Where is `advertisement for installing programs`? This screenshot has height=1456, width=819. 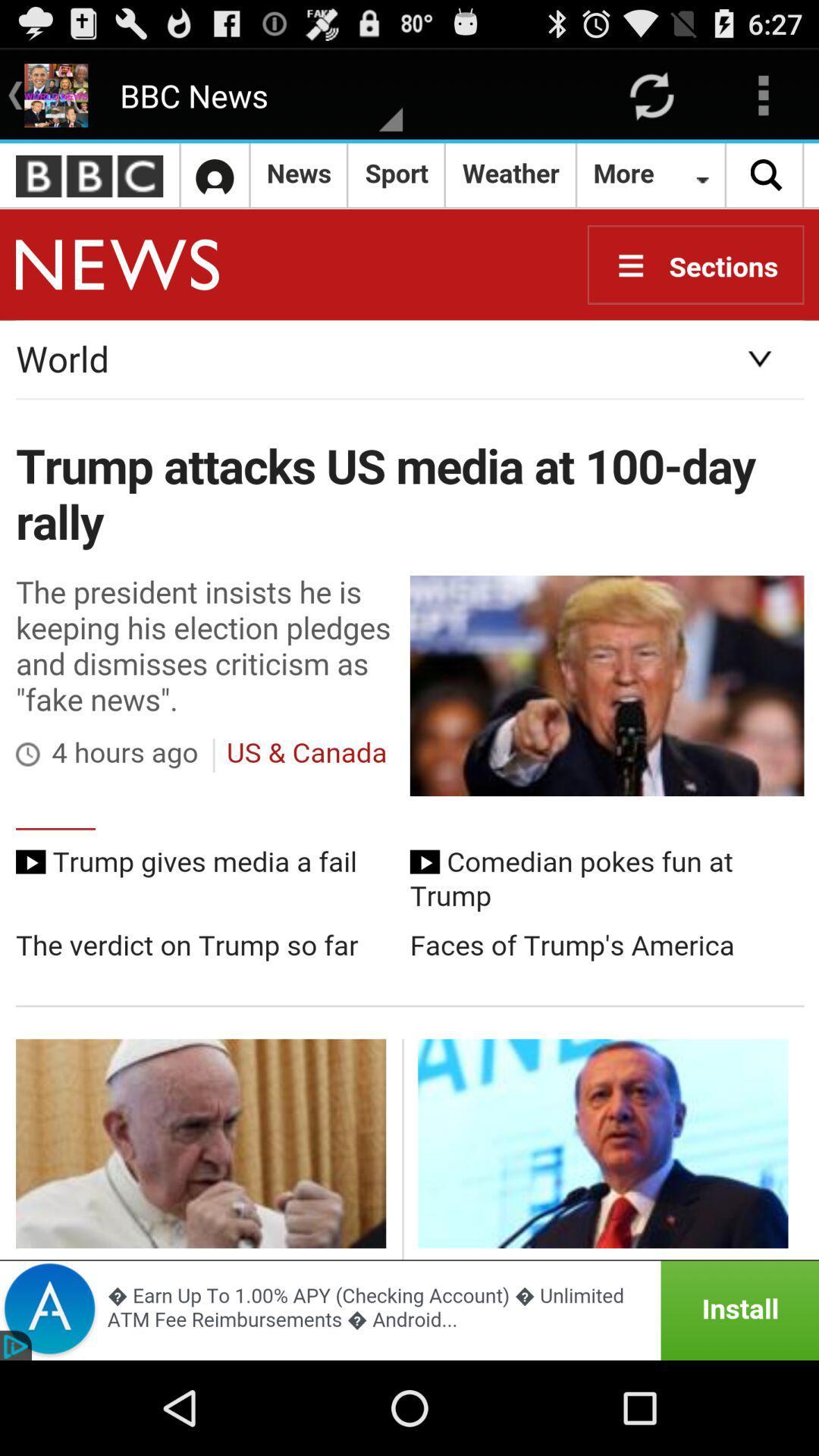 advertisement for installing programs is located at coordinates (409, 1310).